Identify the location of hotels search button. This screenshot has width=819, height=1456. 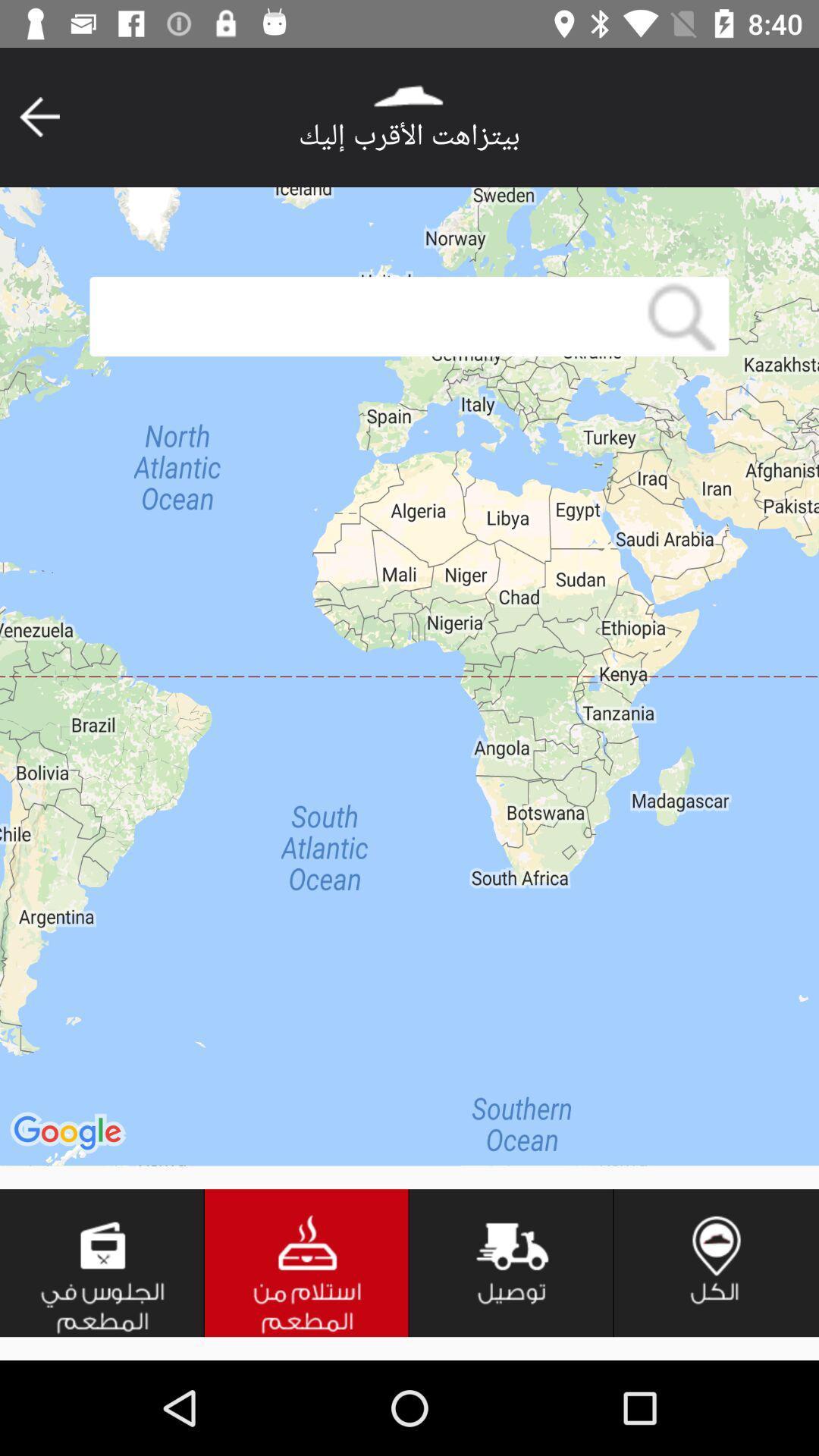
(307, 1263).